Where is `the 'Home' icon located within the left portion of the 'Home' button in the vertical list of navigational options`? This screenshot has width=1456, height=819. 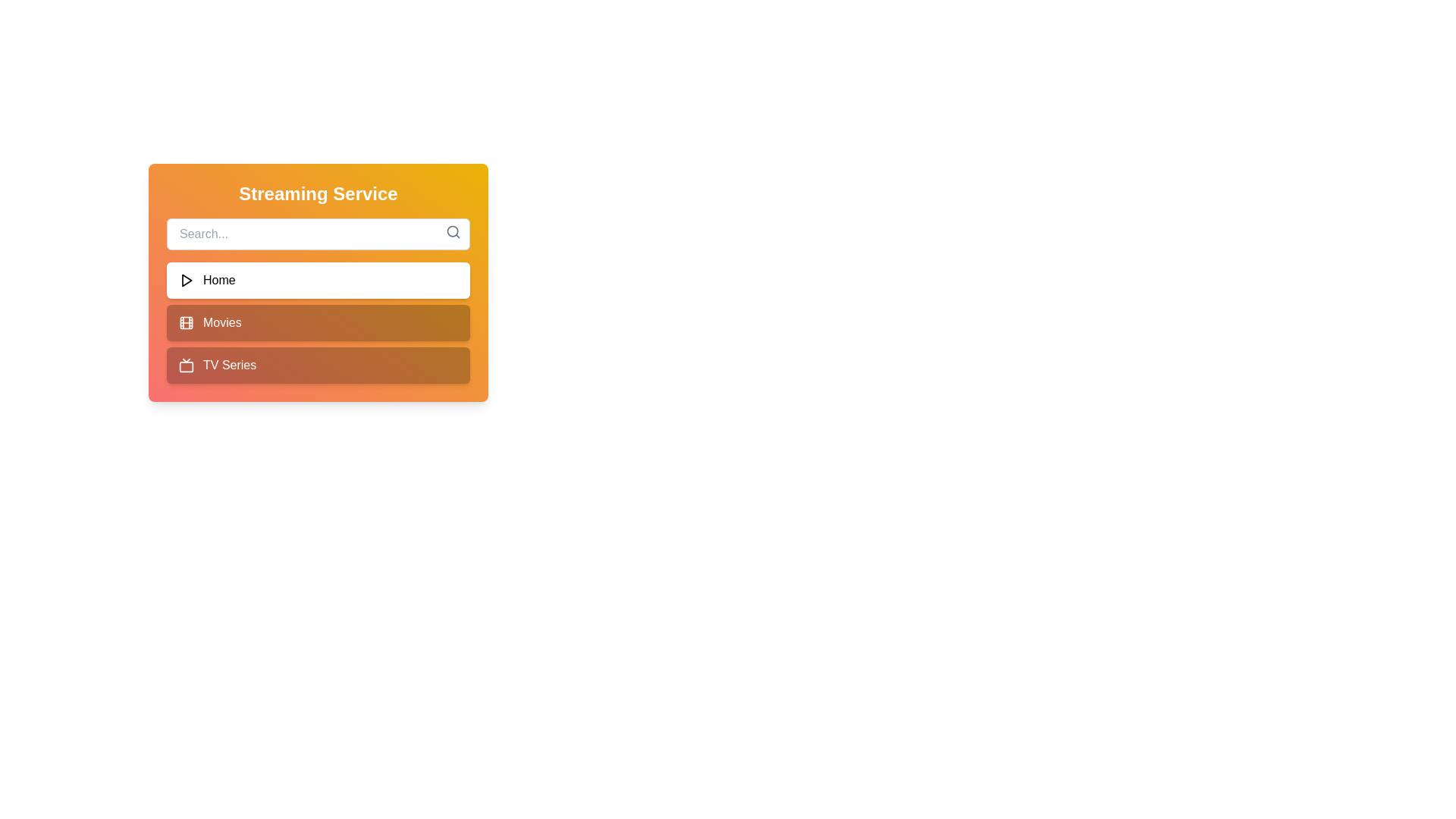 the 'Home' icon located within the left portion of the 'Home' button in the vertical list of navigational options is located at coordinates (185, 281).